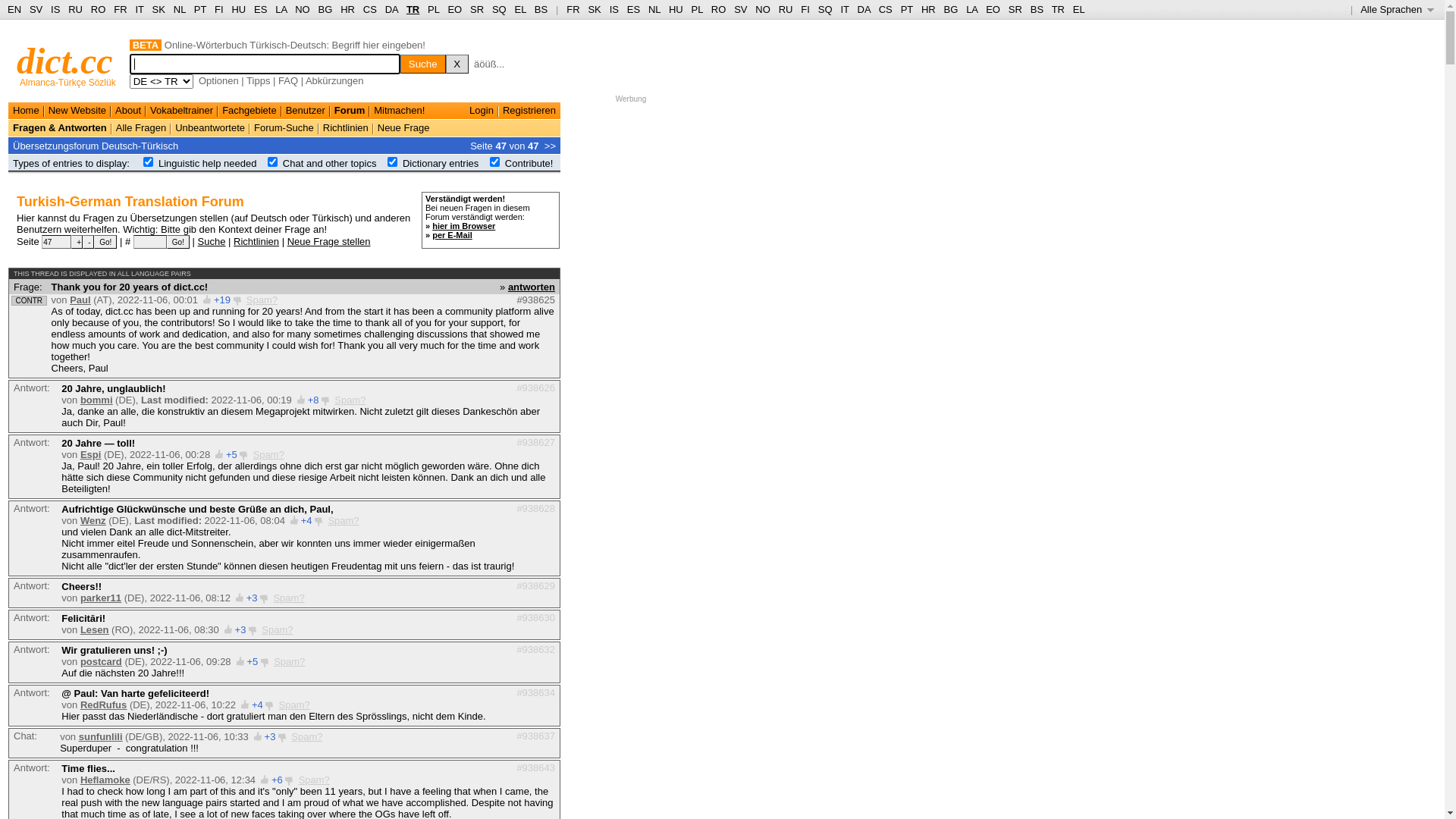 The width and height of the screenshot is (1456, 819). What do you see at coordinates (312, 399) in the screenshot?
I see `'+8'` at bounding box center [312, 399].